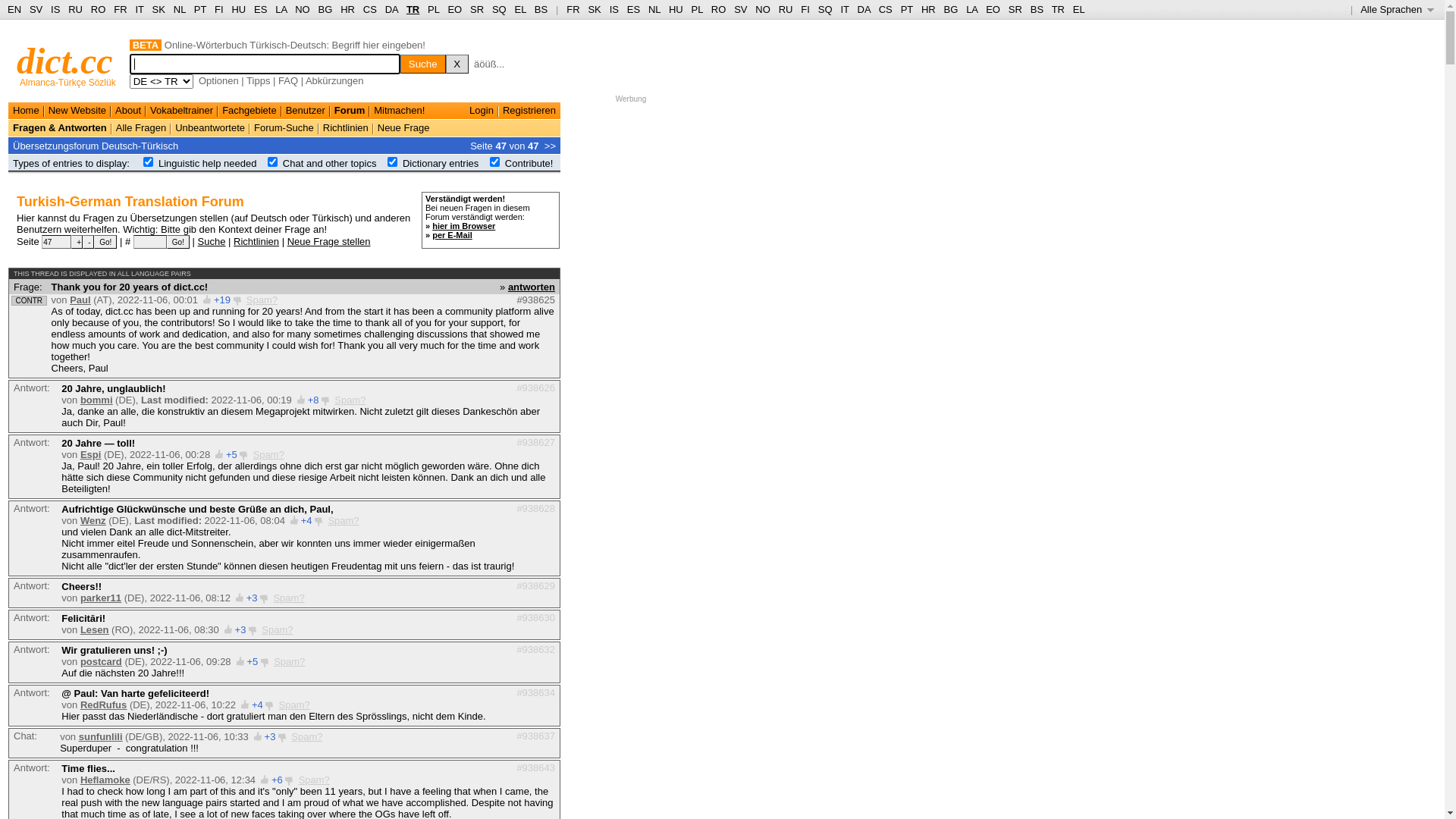 The width and height of the screenshot is (1456, 819). What do you see at coordinates (312, 399) in the screenshot?
I see `'+8'` at bounding box center [312, 399].